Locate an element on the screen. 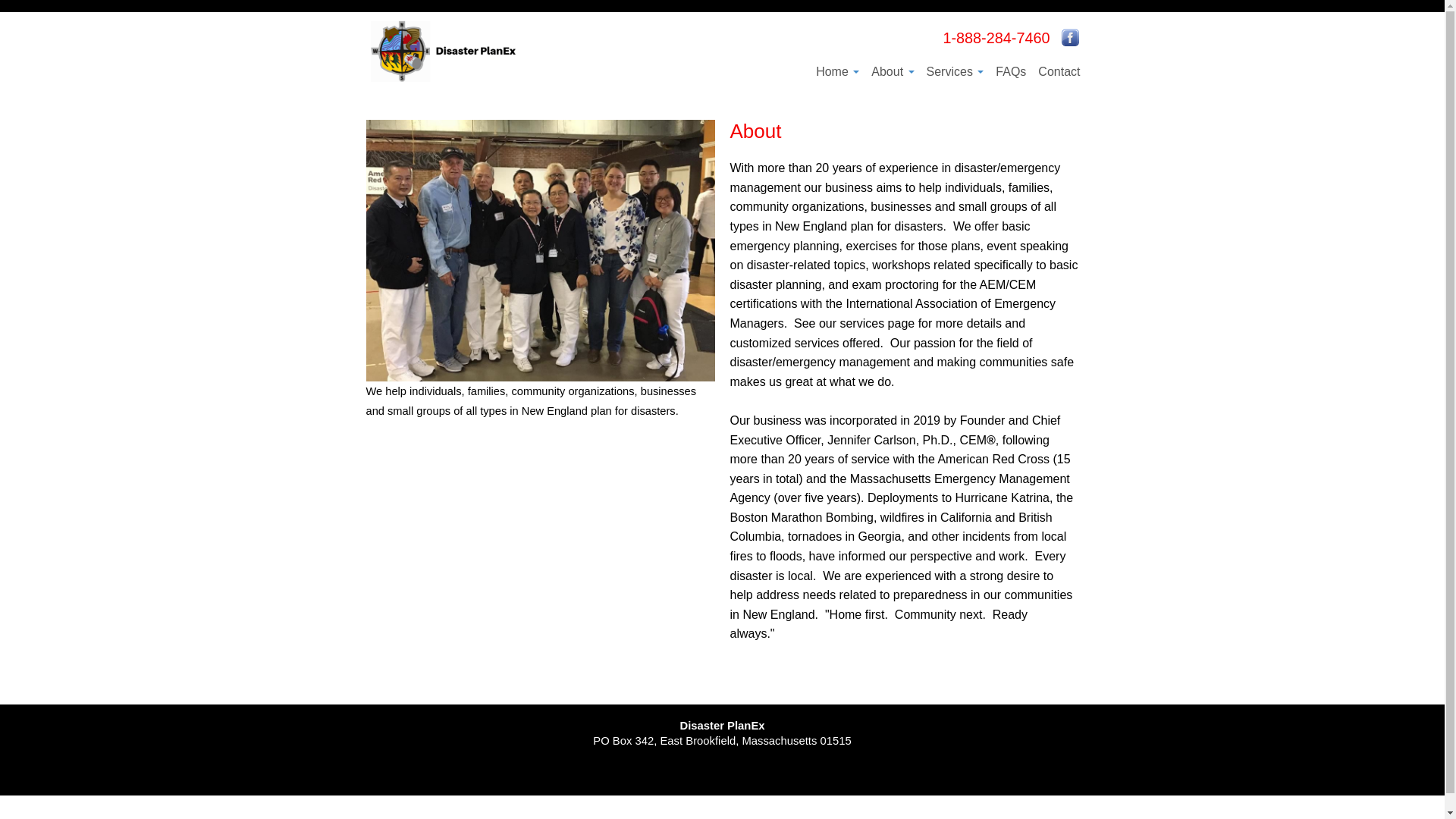 This screenshot has height=819, width=1456. 'PO Box 342, East Brookfield, Massachusetts 01515' is located at coordinates (720, 739).